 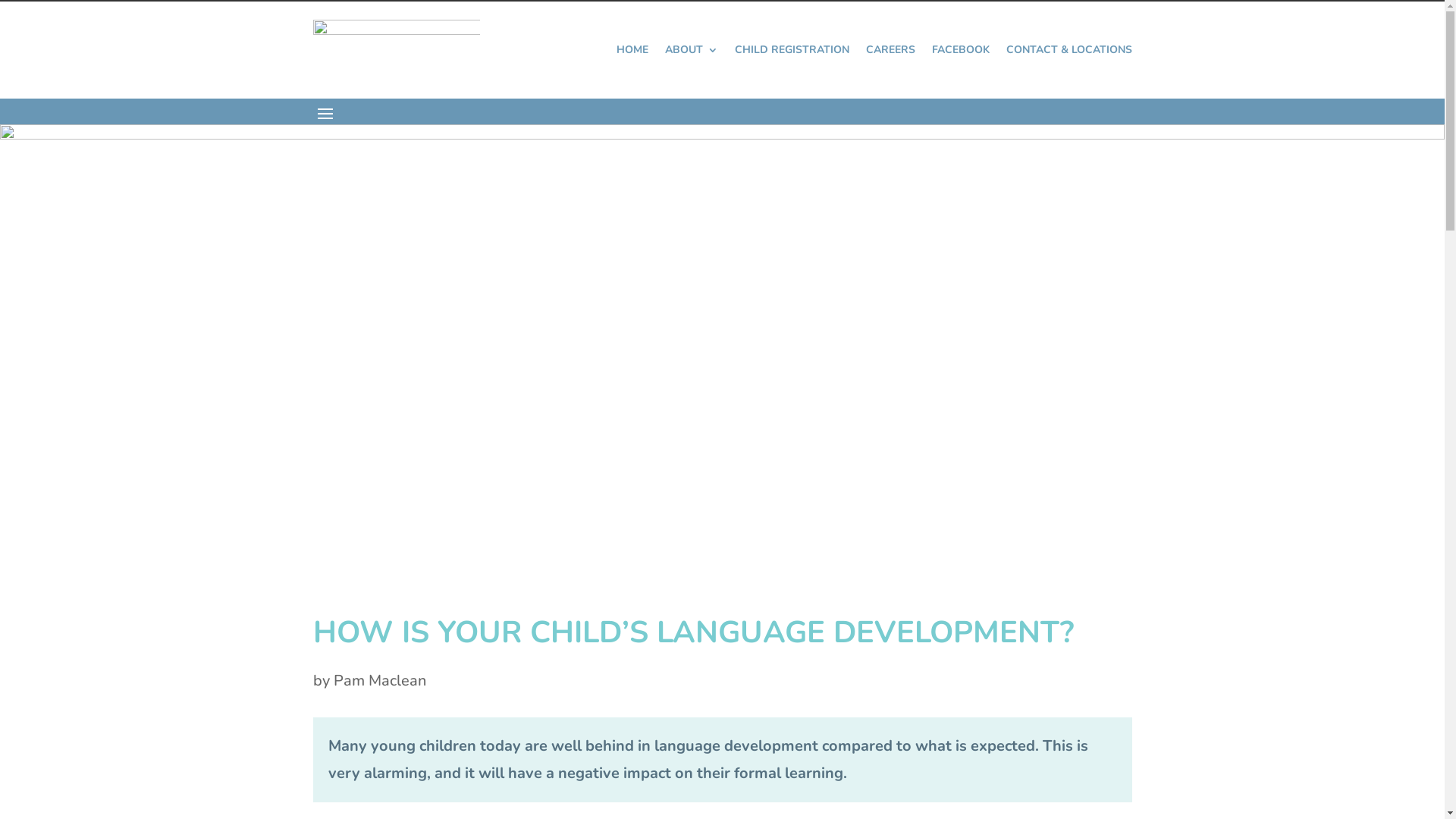 I want to click on 'Pam Maclean', so click(x=333, y=679).